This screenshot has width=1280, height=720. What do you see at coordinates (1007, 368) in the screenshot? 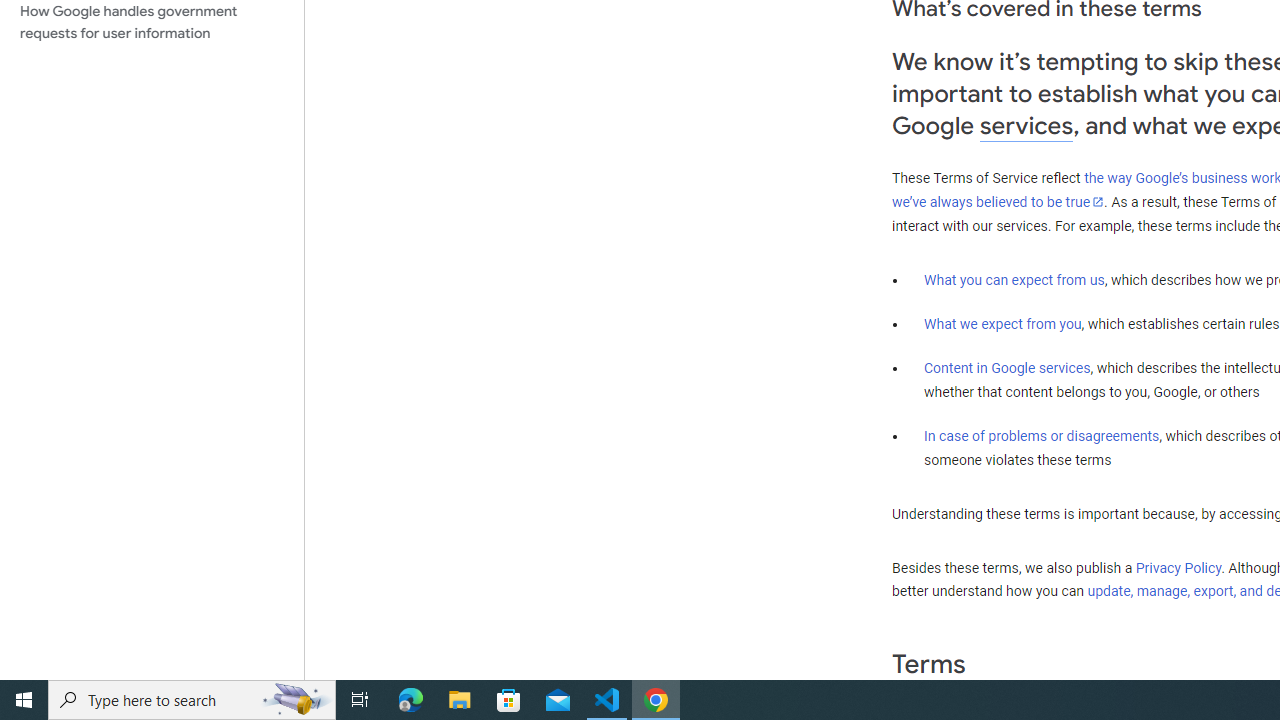
I see `'Content in Google services'` at bounding box center [1007, 368].